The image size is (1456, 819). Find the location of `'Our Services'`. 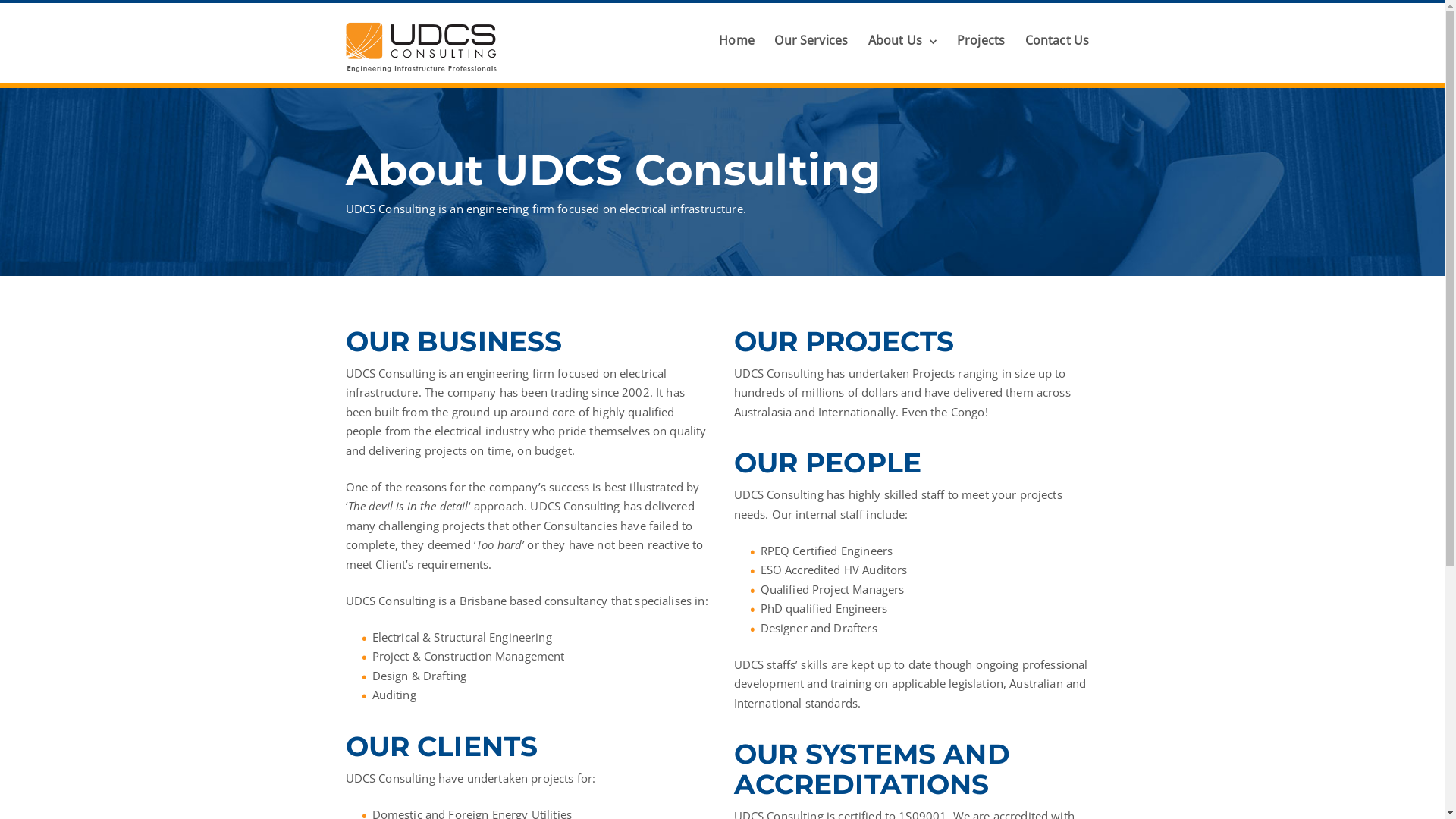

'Our Services' is located at coordinates (810, 39).